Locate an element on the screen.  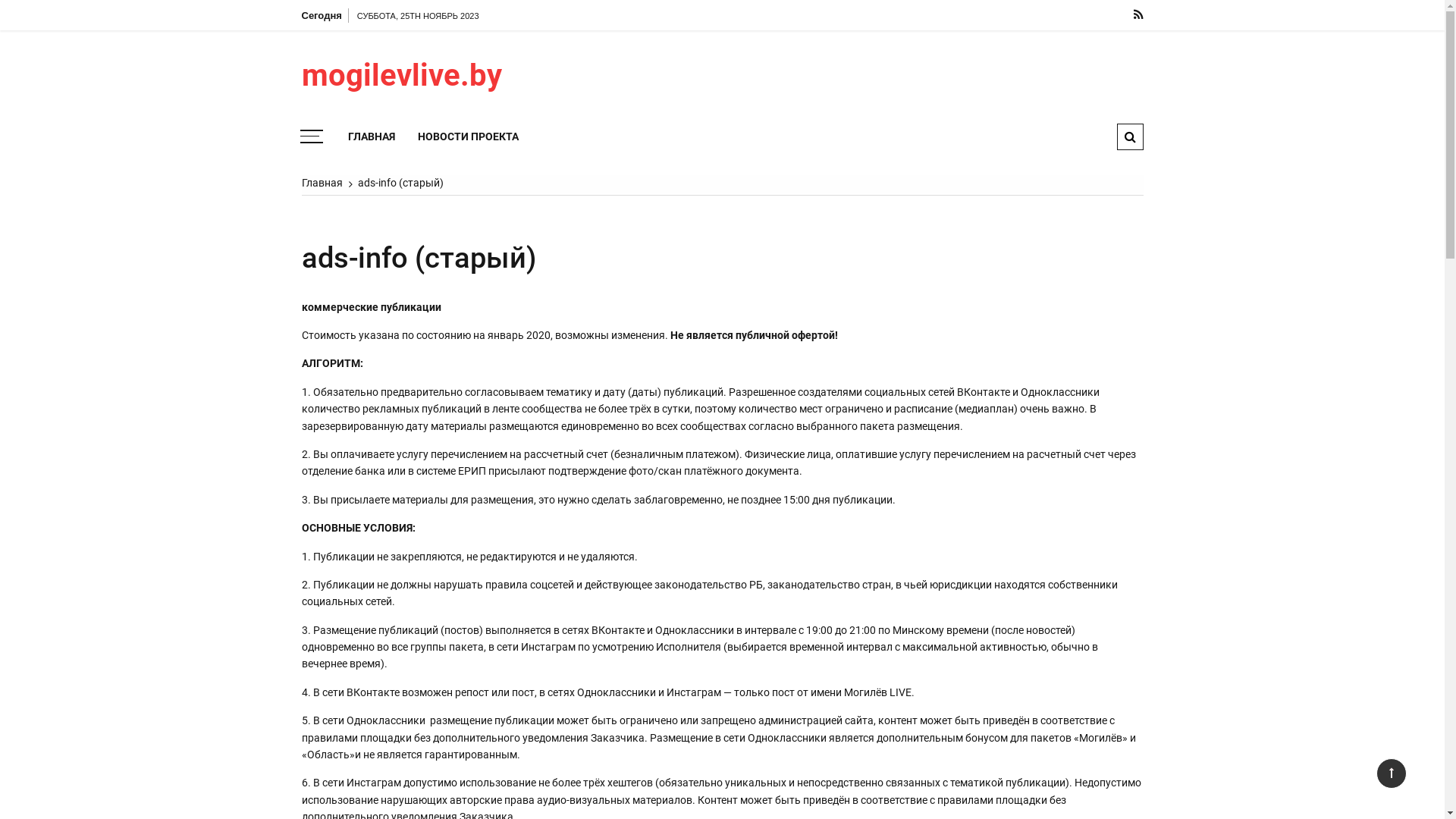
'mogilevlive.by' is located at coordinates (302, 76).